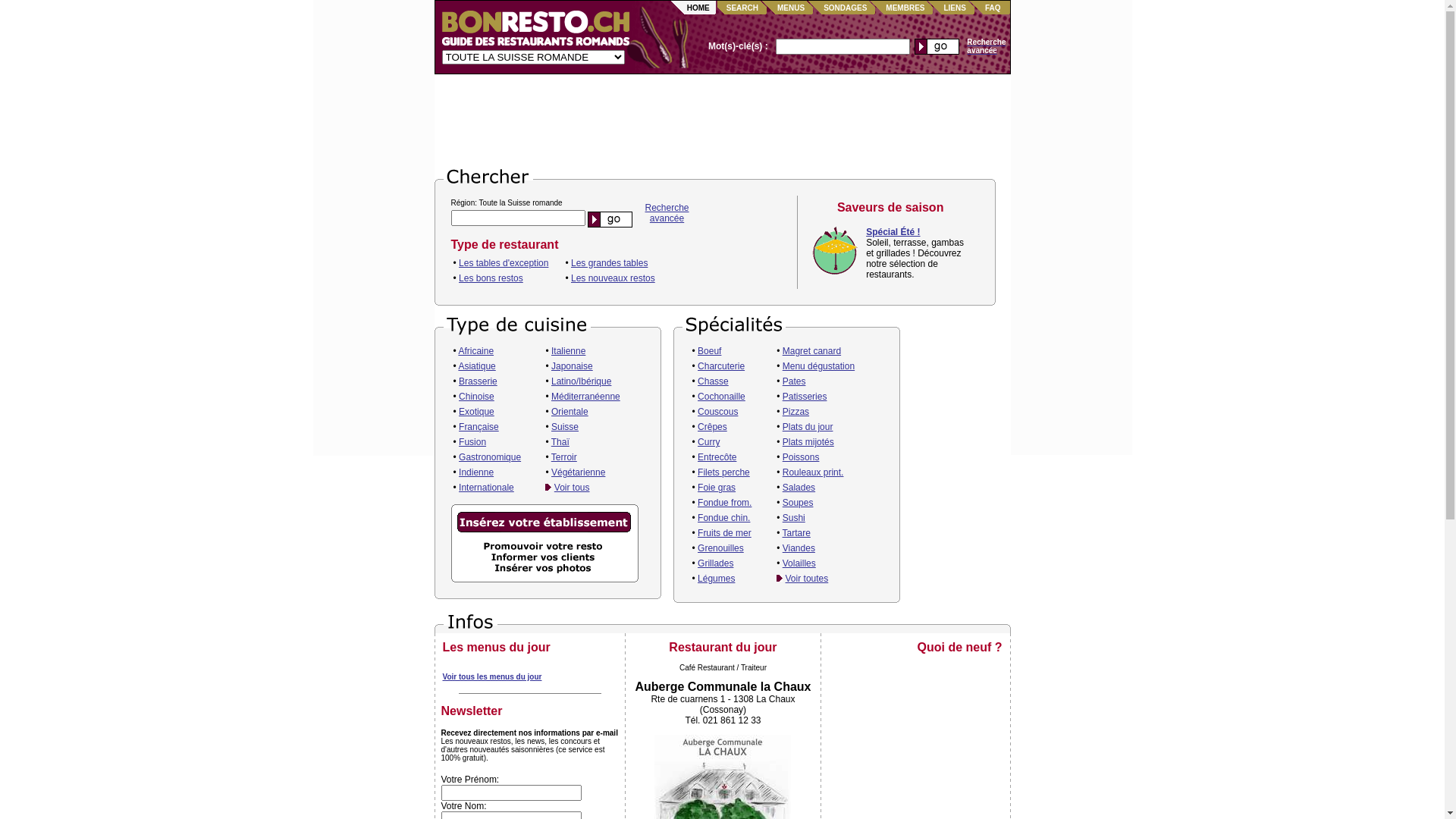  I want to click on 'Patisseries', so click(804, 396).